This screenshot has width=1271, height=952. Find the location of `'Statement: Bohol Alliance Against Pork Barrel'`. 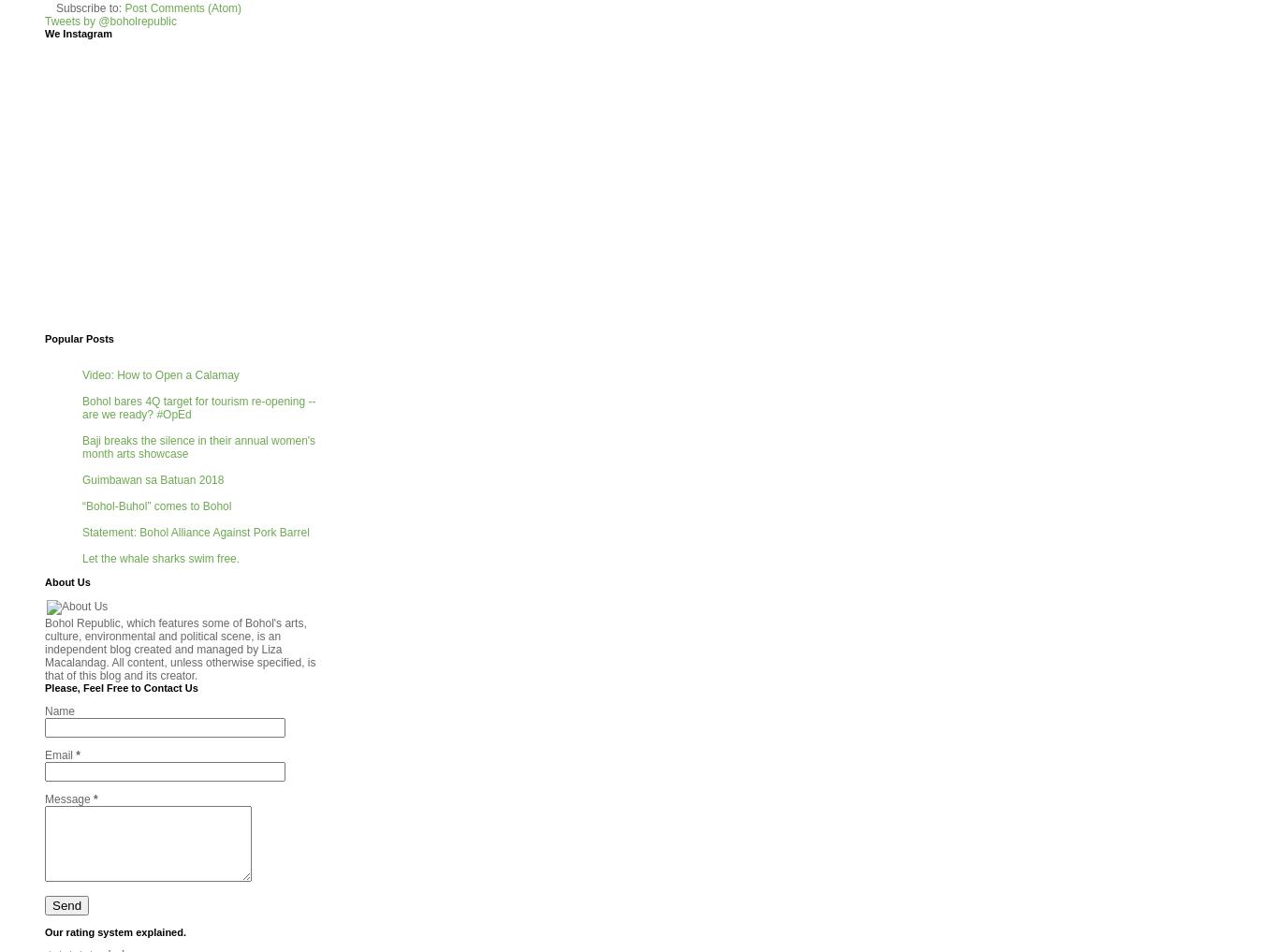

'Statement: Bohol Alliance Against Pork Barrel' is located at coordinates (194, 532).